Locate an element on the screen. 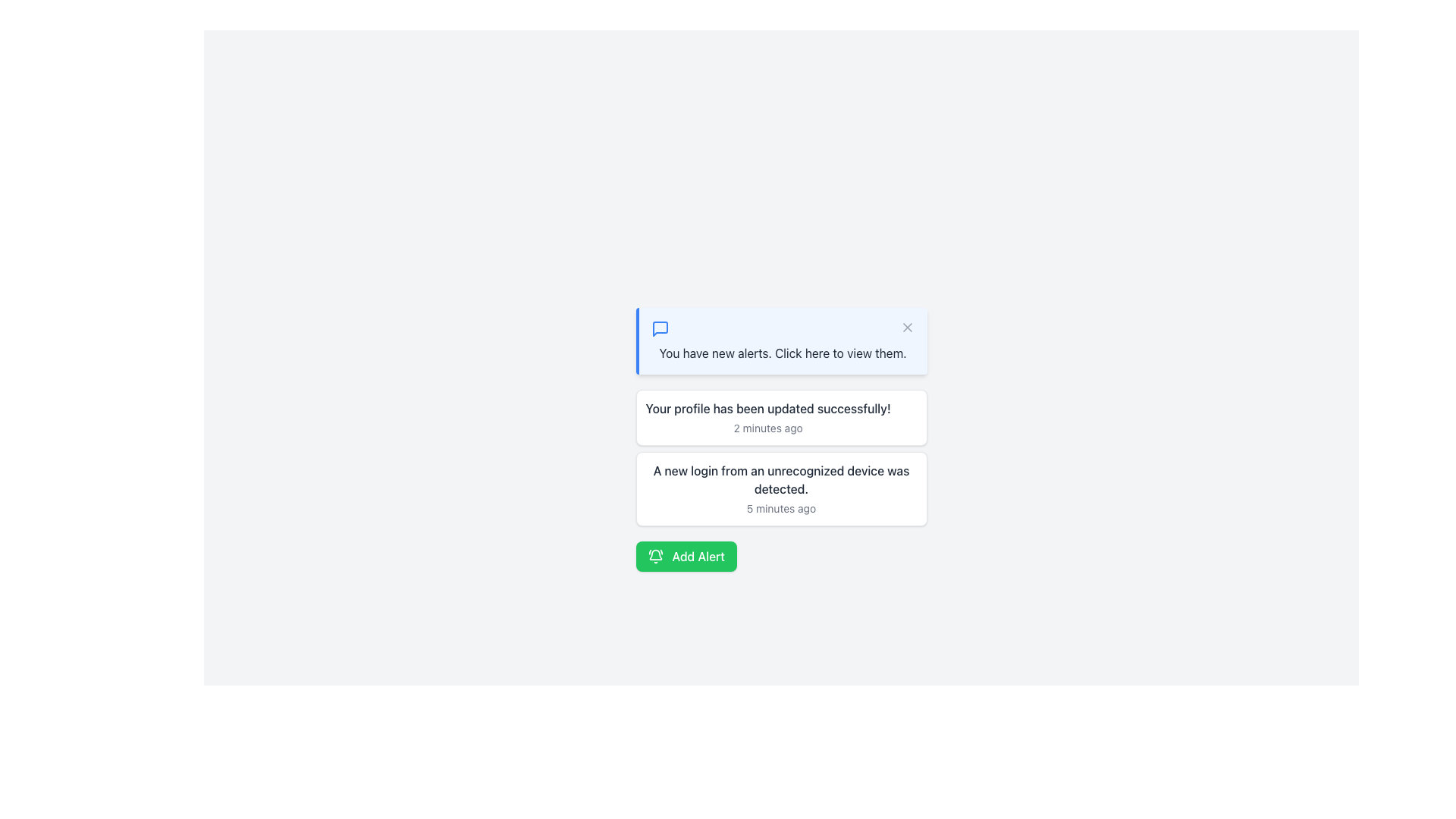  the blue speech bubble icon located in the upper left corner of the first notification box in the vertical list of notifications is located at coordinates (660, 328).